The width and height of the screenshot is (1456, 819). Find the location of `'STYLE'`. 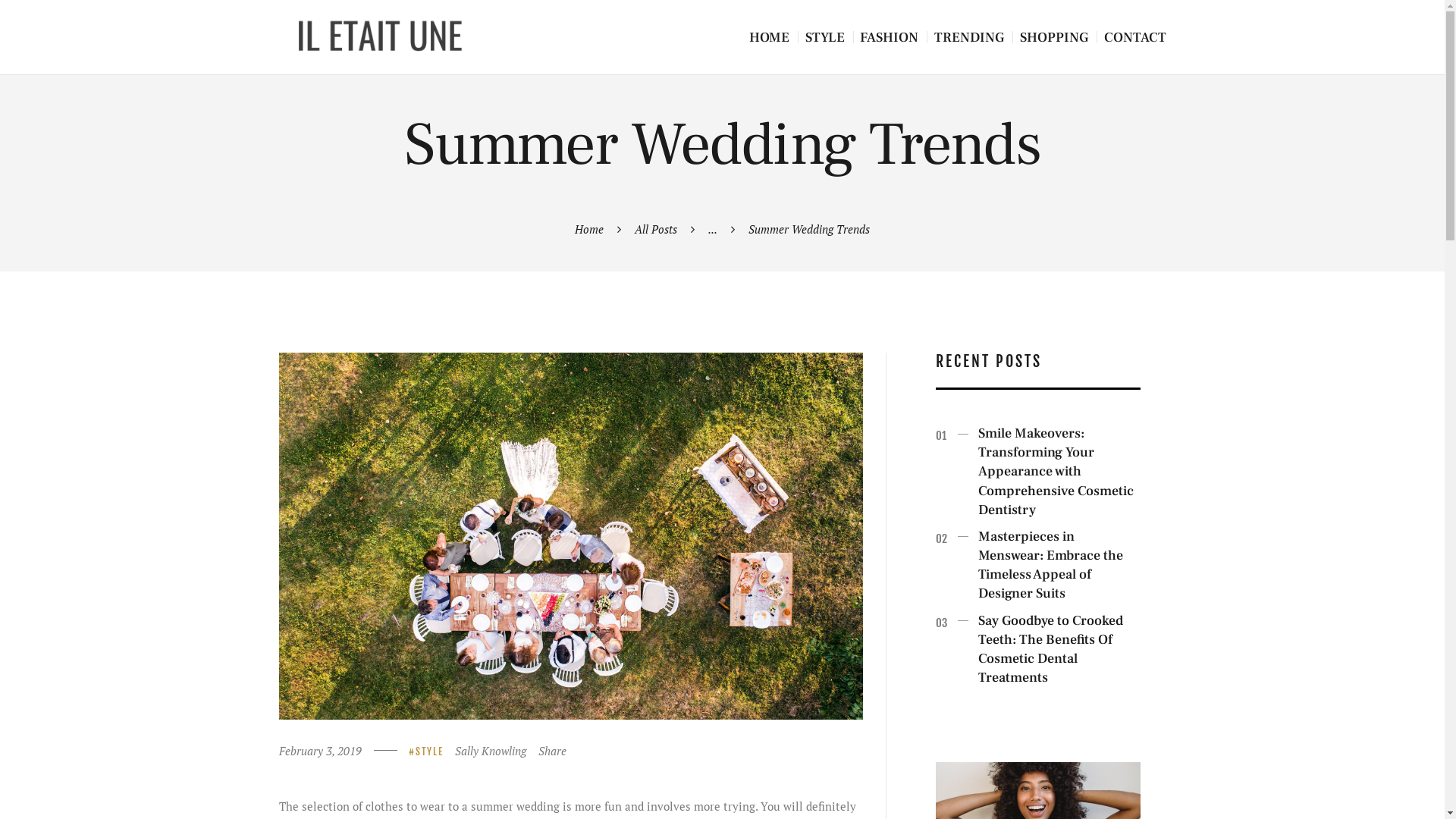

'STYLE' is located at coordinates (824, 36).